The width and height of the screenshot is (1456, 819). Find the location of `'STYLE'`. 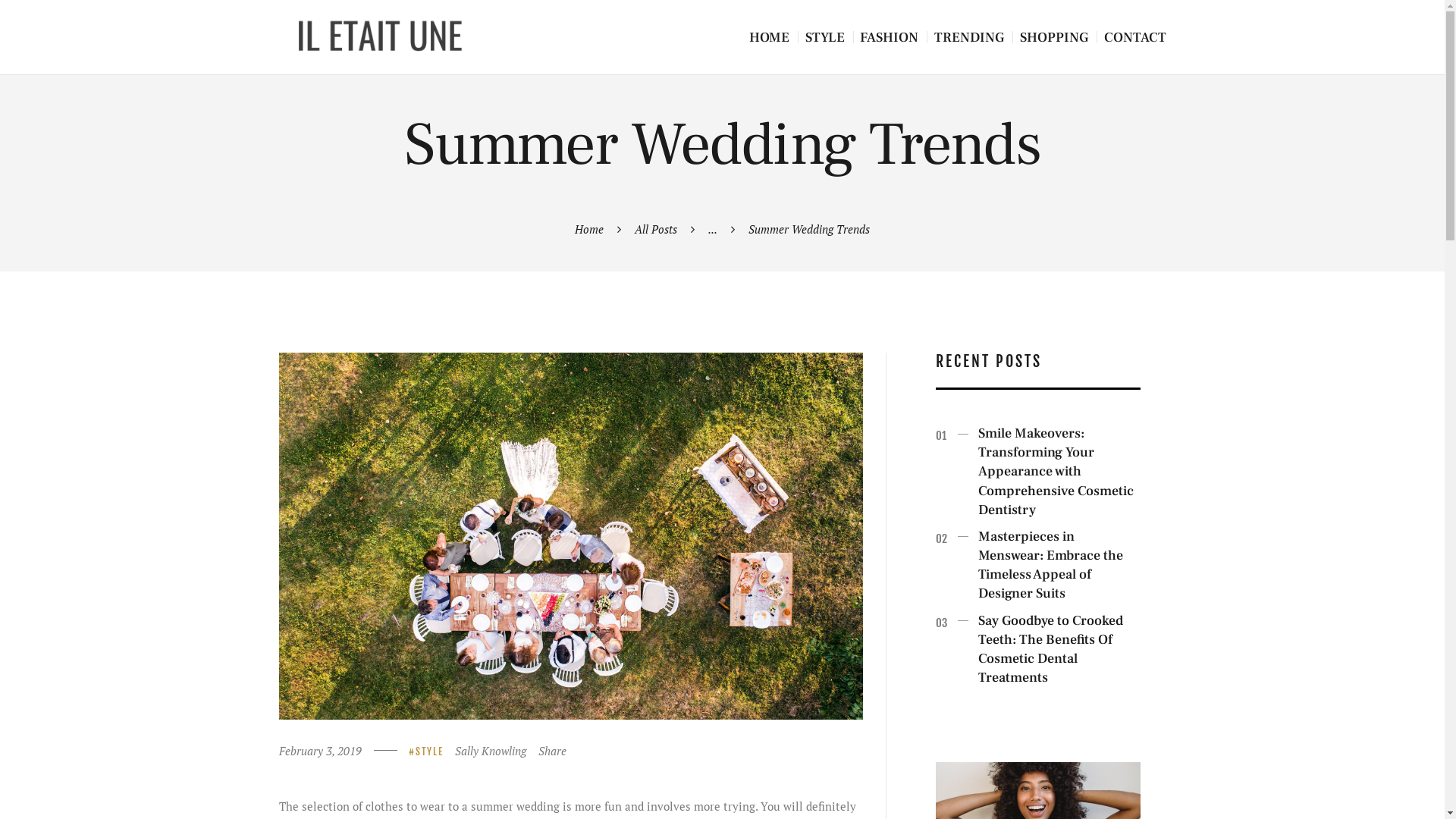

'STYLE' is located at coordinates (824, 36).